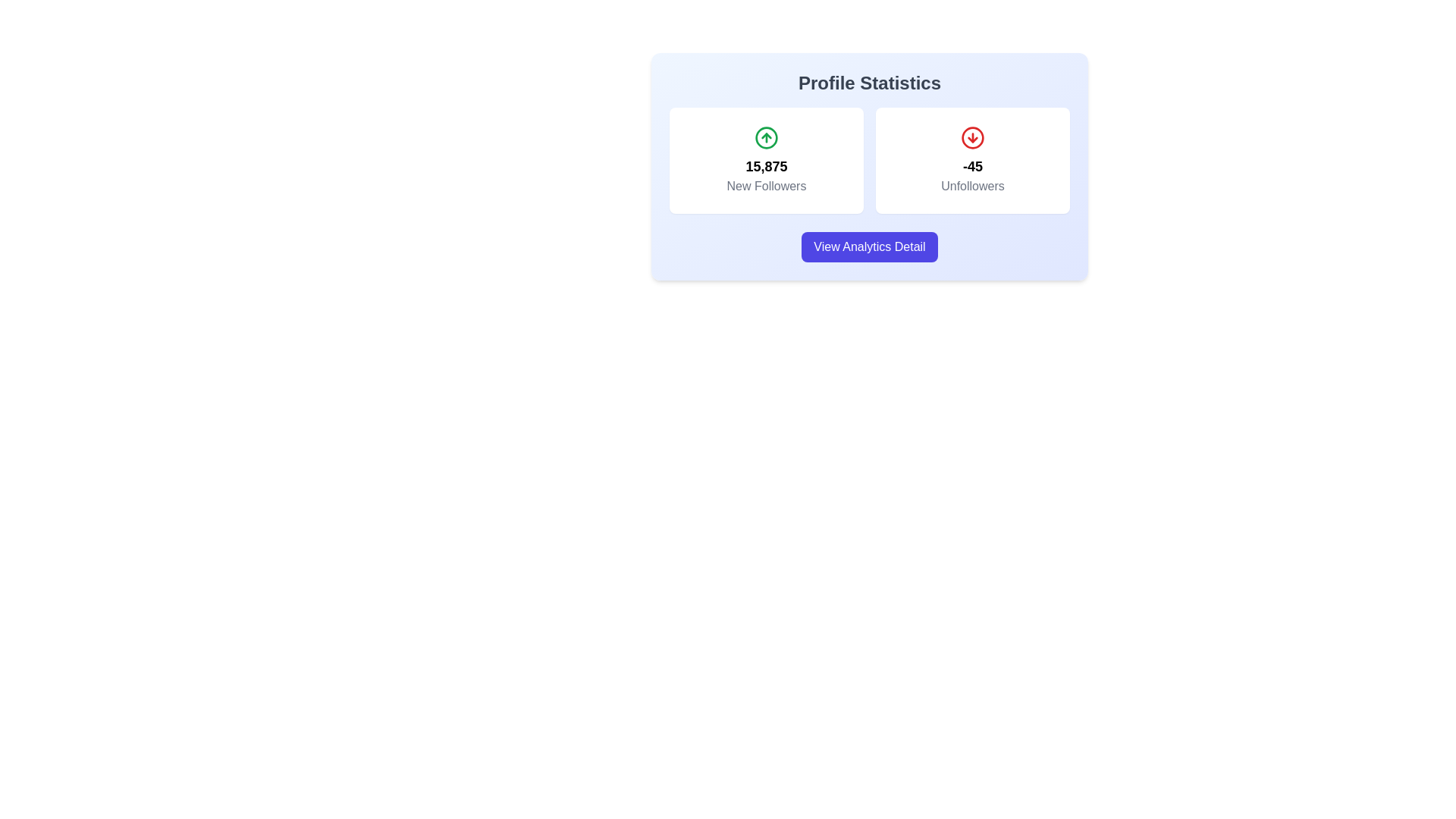  Describe the element at coordinates (972, 137) in the screenshot. I see `the 'Unfollowers' icon located in the right column of the 'Profile Statistics' section, which visually represents the decrease in followers` at that location.